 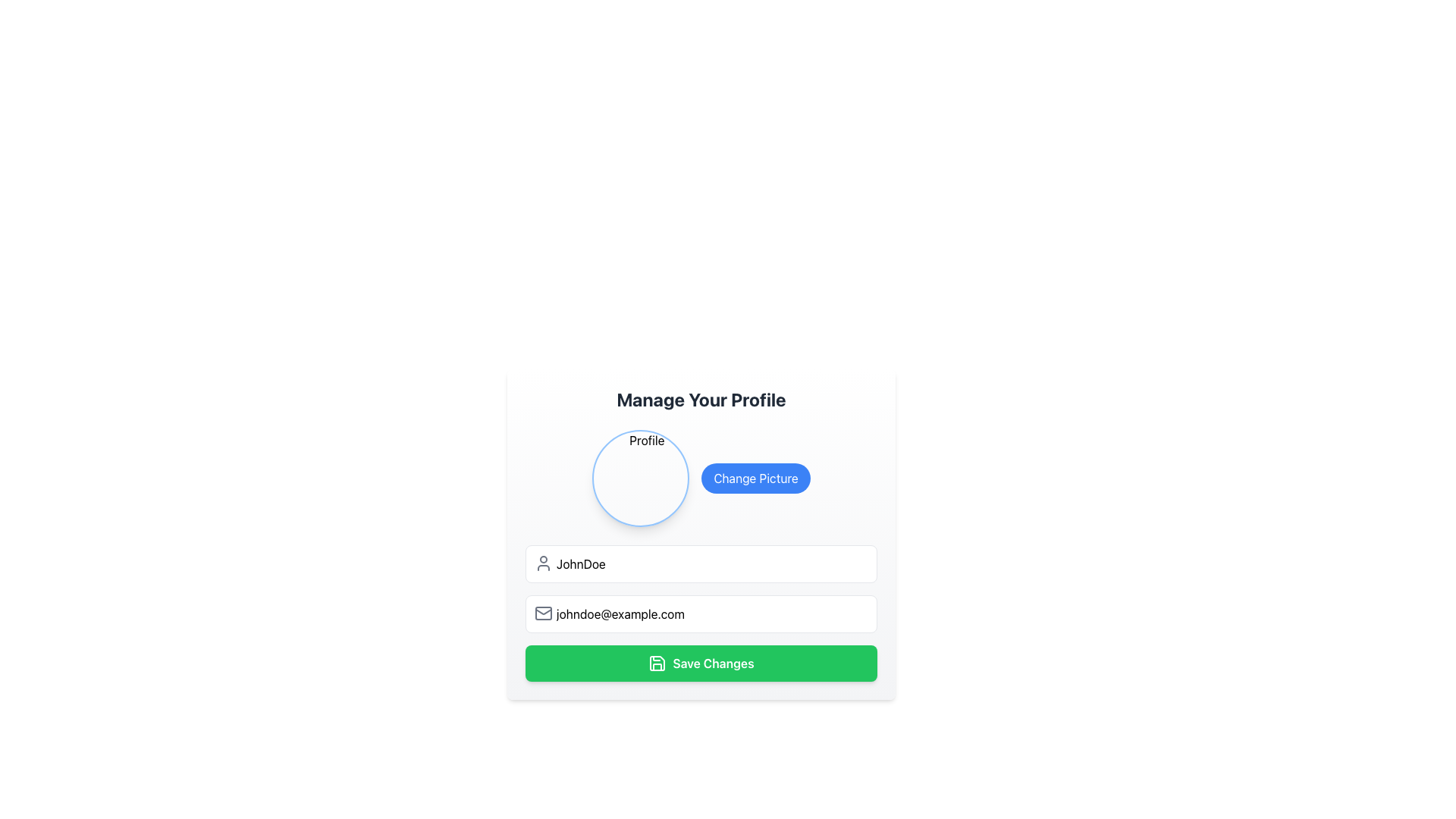 What do you see at coordinates (543, 613) in the screenshot?
I see `the gray mail icon, which is a minimalistic envelope design located at the left side of the email input field in the profile management form` at bounding box center [543, 613].